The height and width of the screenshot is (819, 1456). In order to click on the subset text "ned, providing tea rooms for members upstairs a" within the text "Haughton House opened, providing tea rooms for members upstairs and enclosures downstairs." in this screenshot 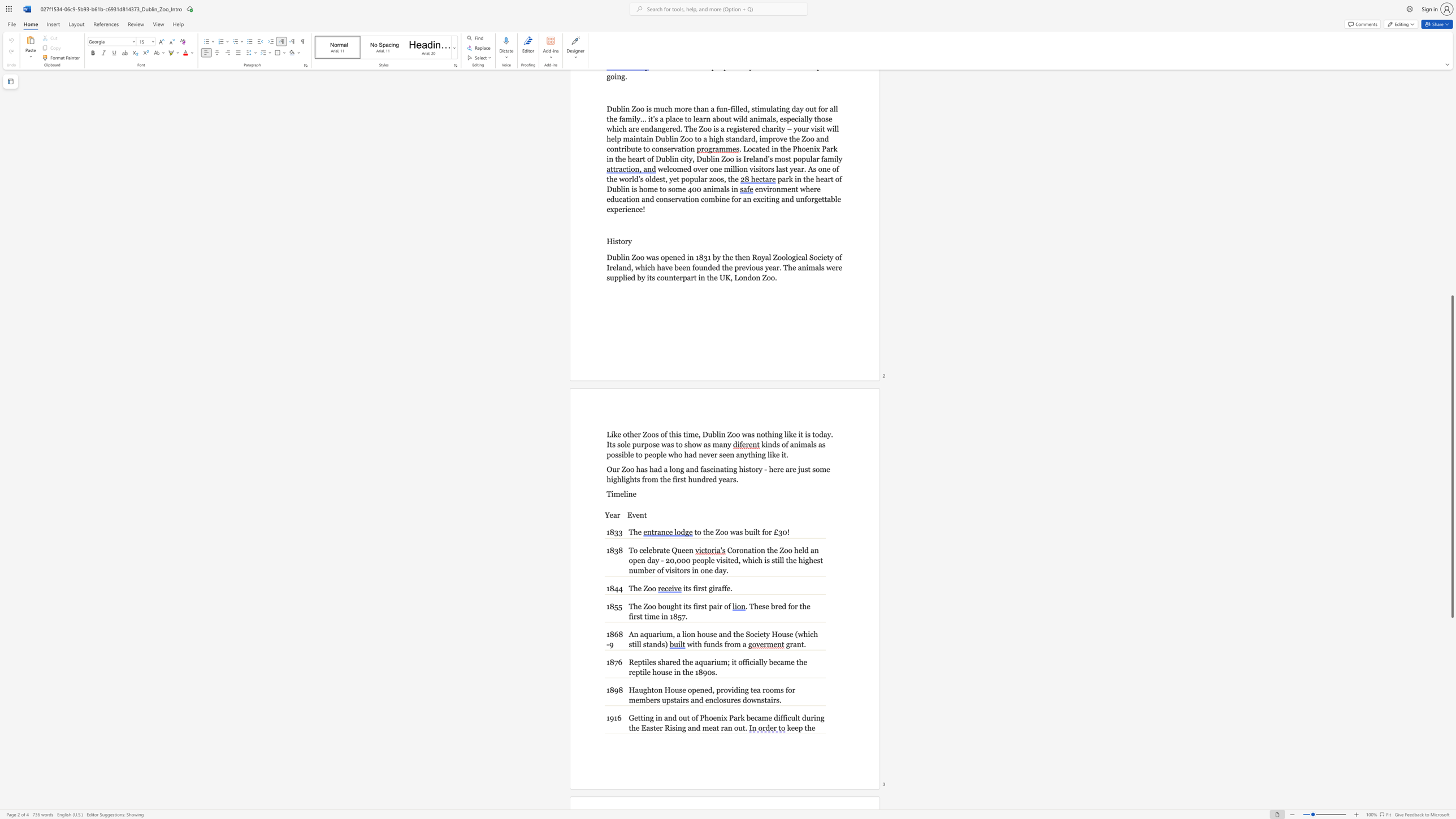, I will do `click(699, 690)`.